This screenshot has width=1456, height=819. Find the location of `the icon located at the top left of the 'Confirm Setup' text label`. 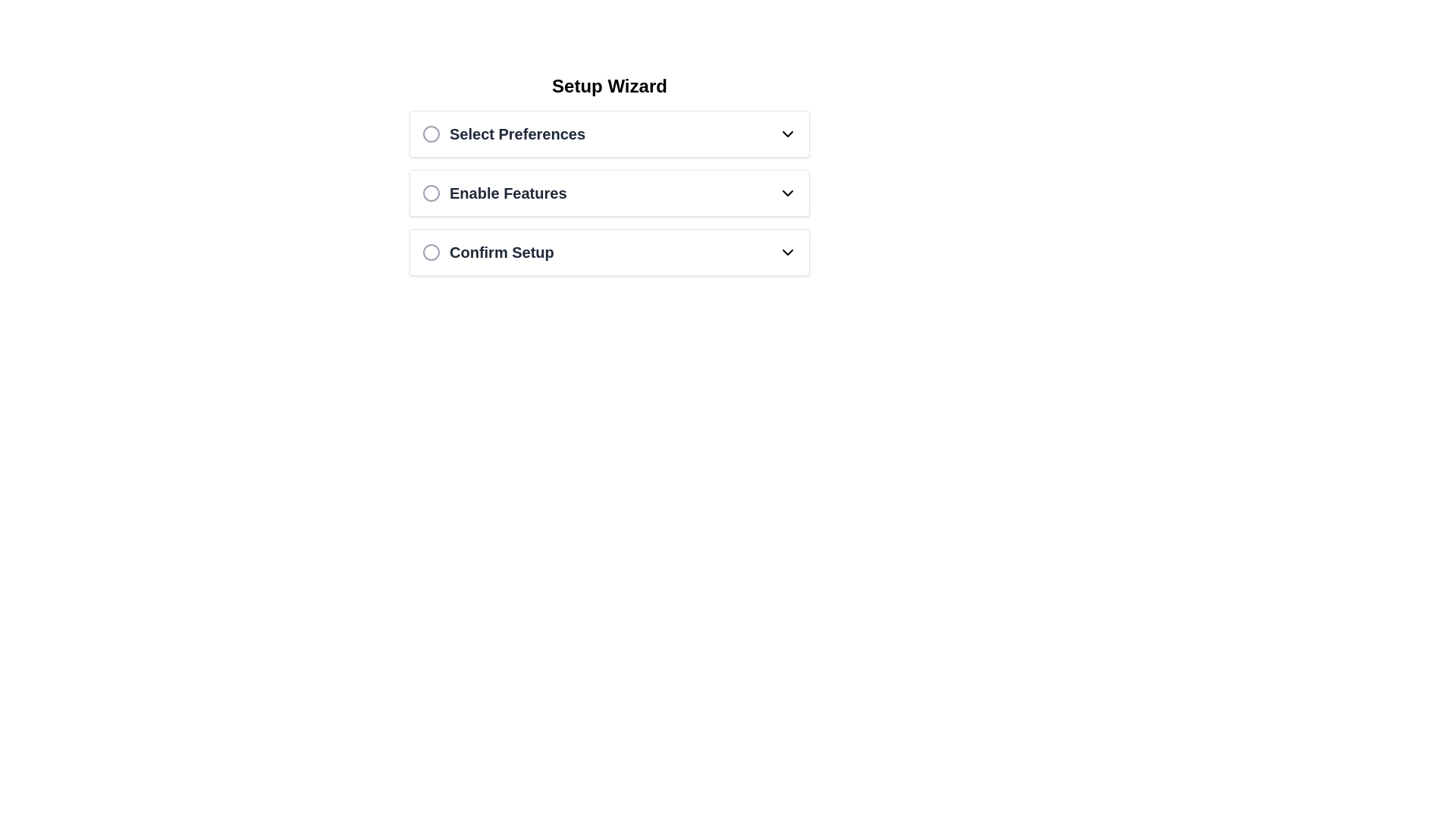

the icon located at the top left of the 'Confirm Setup' text label is located at coordinates (431, 251).